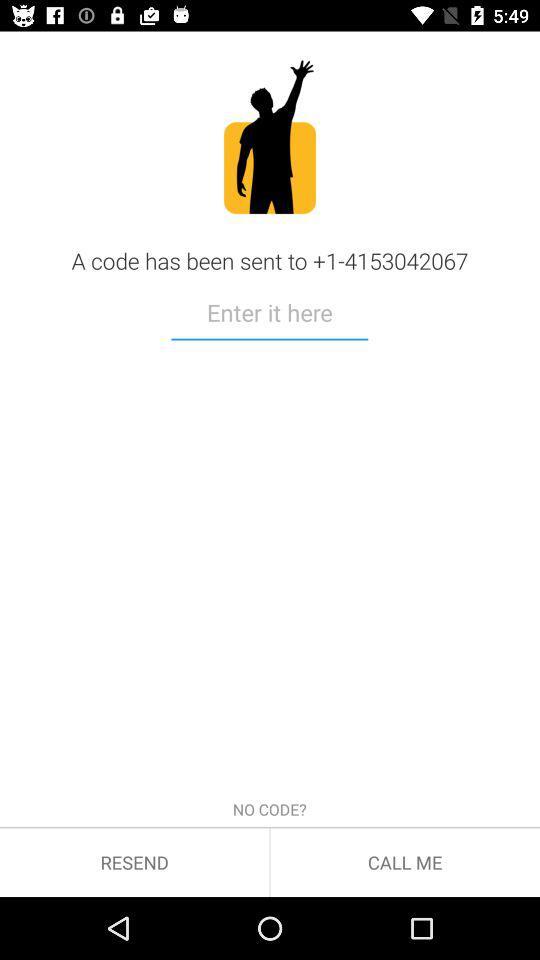  Describe the element at coordinates (134, 861) in the screenshot. I see `the resend icon` at that location.